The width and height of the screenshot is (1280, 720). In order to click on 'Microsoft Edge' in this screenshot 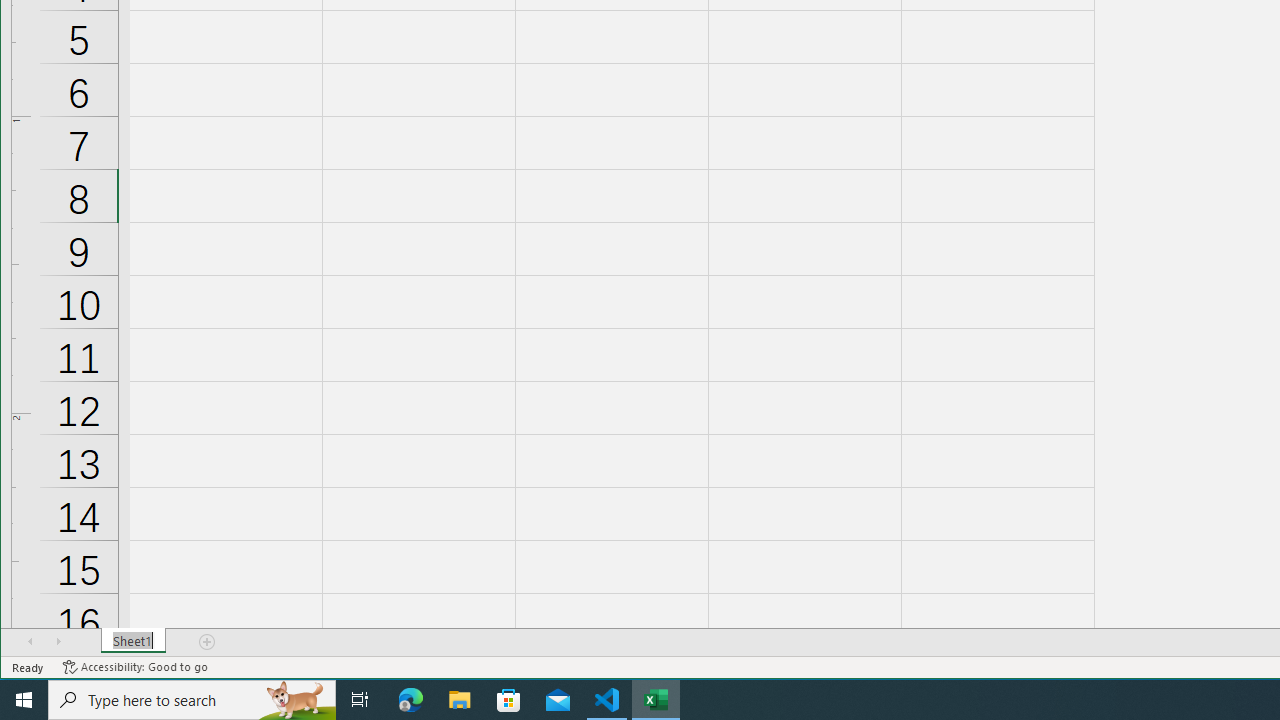, I will do `click(410, 698)`.